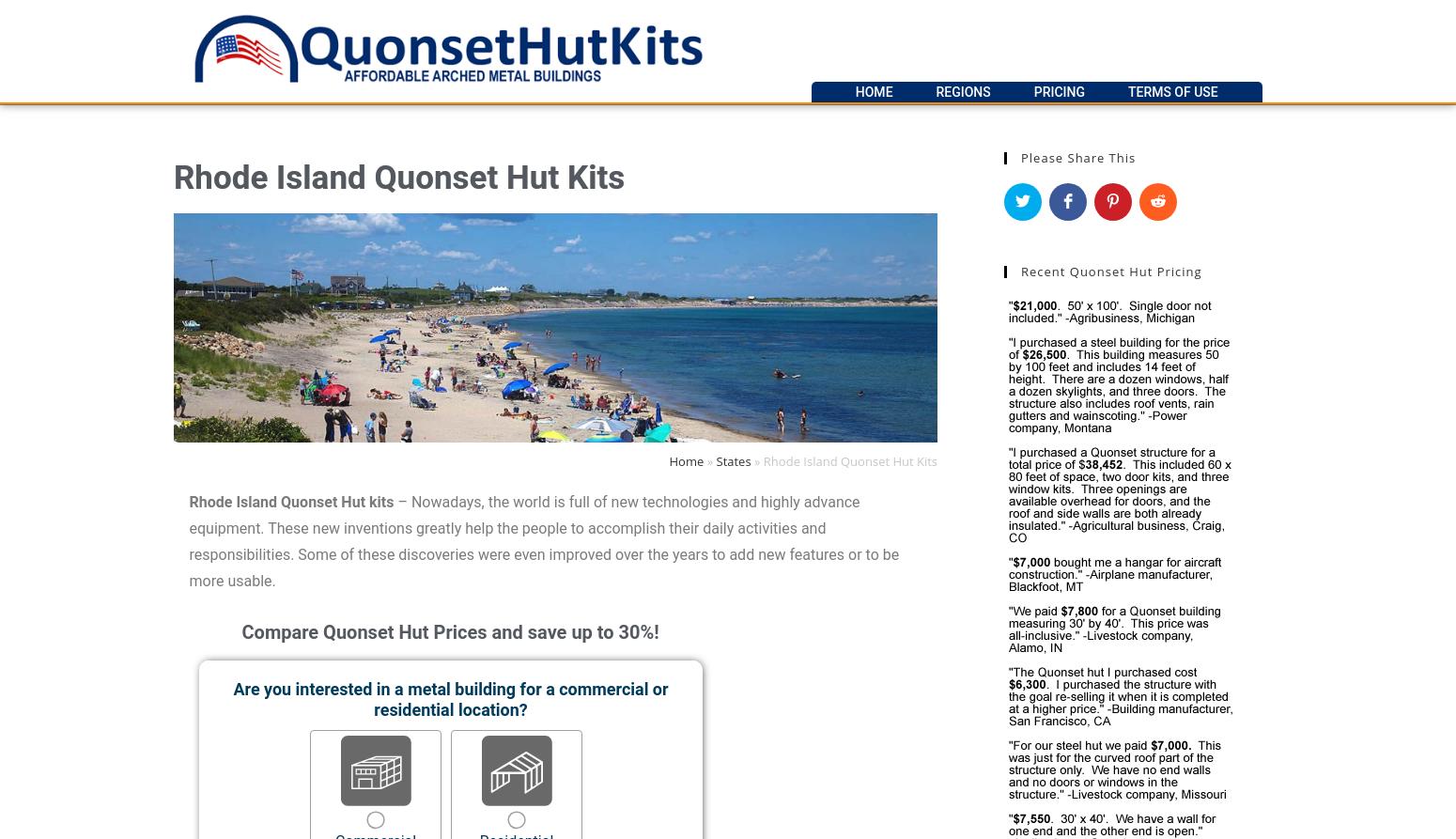 The image size is (1456, 839). I want to click on 'Compare Quonset Hut Prices and save up to 30%!', so click(448, 630).